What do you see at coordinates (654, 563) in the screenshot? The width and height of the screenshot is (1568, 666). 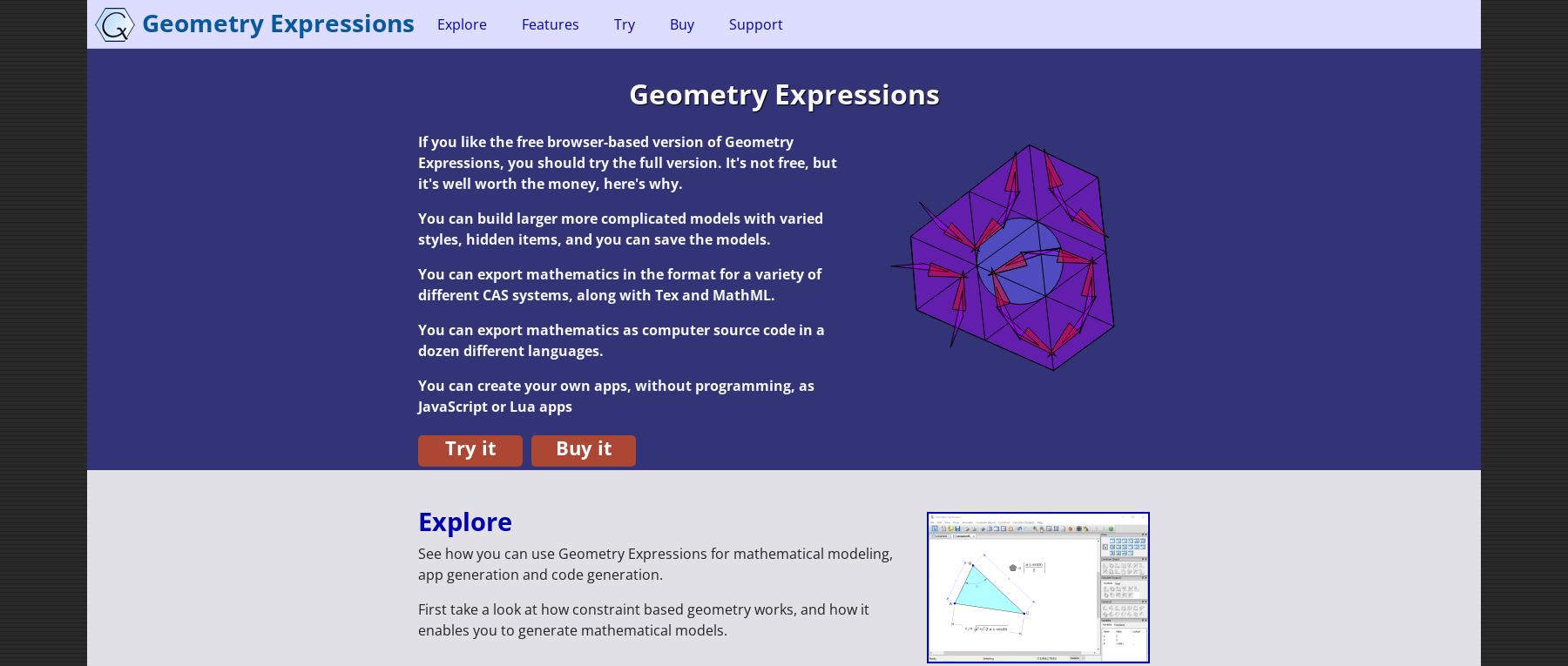 I see `'See how you can use Geometry Expressions for mathematical modeling, app generation and code generation.'` at bounding box center [654, 563].